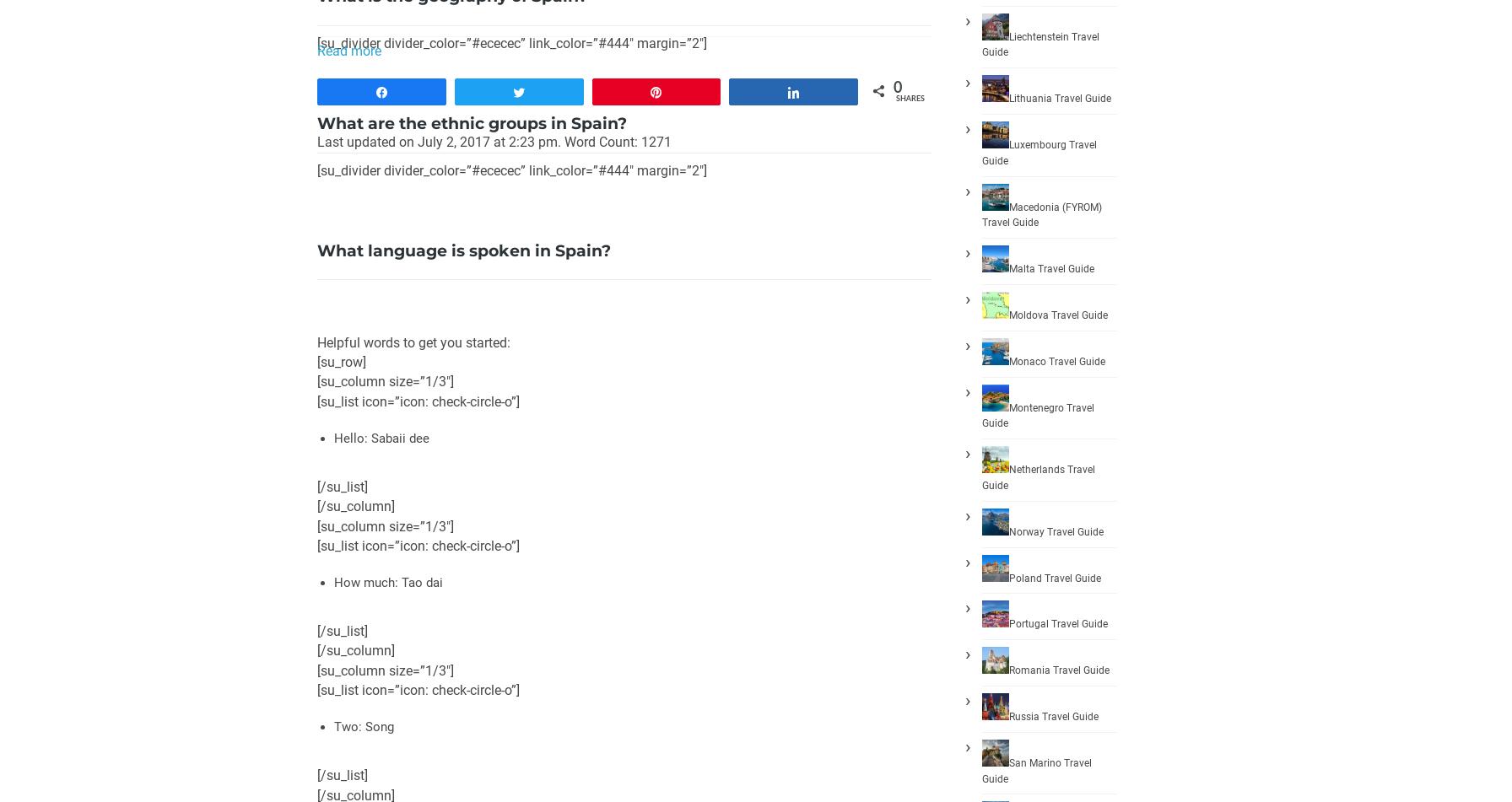  I want to click on 'Monaco Travel Guide', so click(1056, 360).